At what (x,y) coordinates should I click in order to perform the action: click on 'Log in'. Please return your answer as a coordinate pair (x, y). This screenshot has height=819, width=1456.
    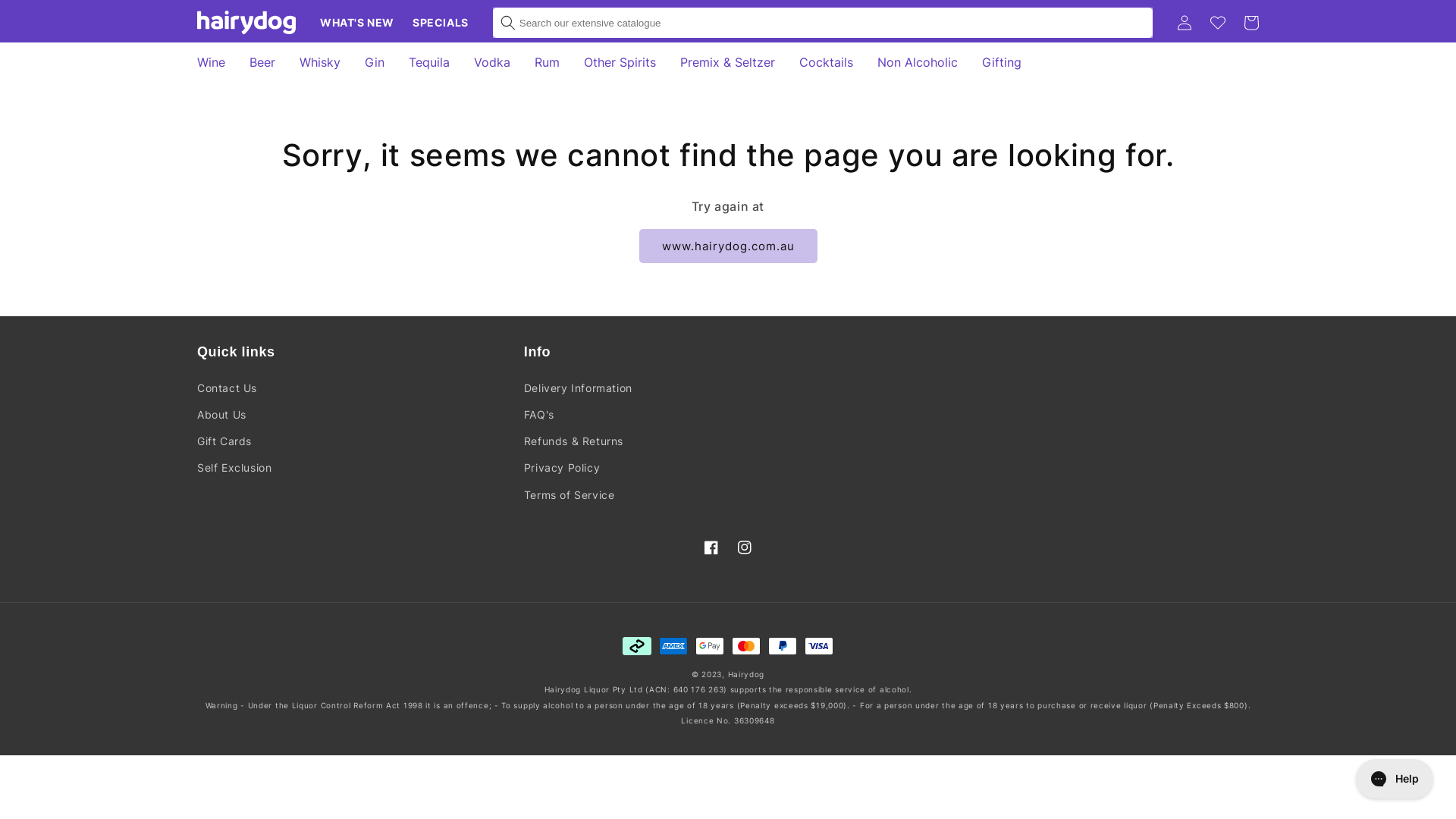
    Looking at the image, I should click on (1183, 23).